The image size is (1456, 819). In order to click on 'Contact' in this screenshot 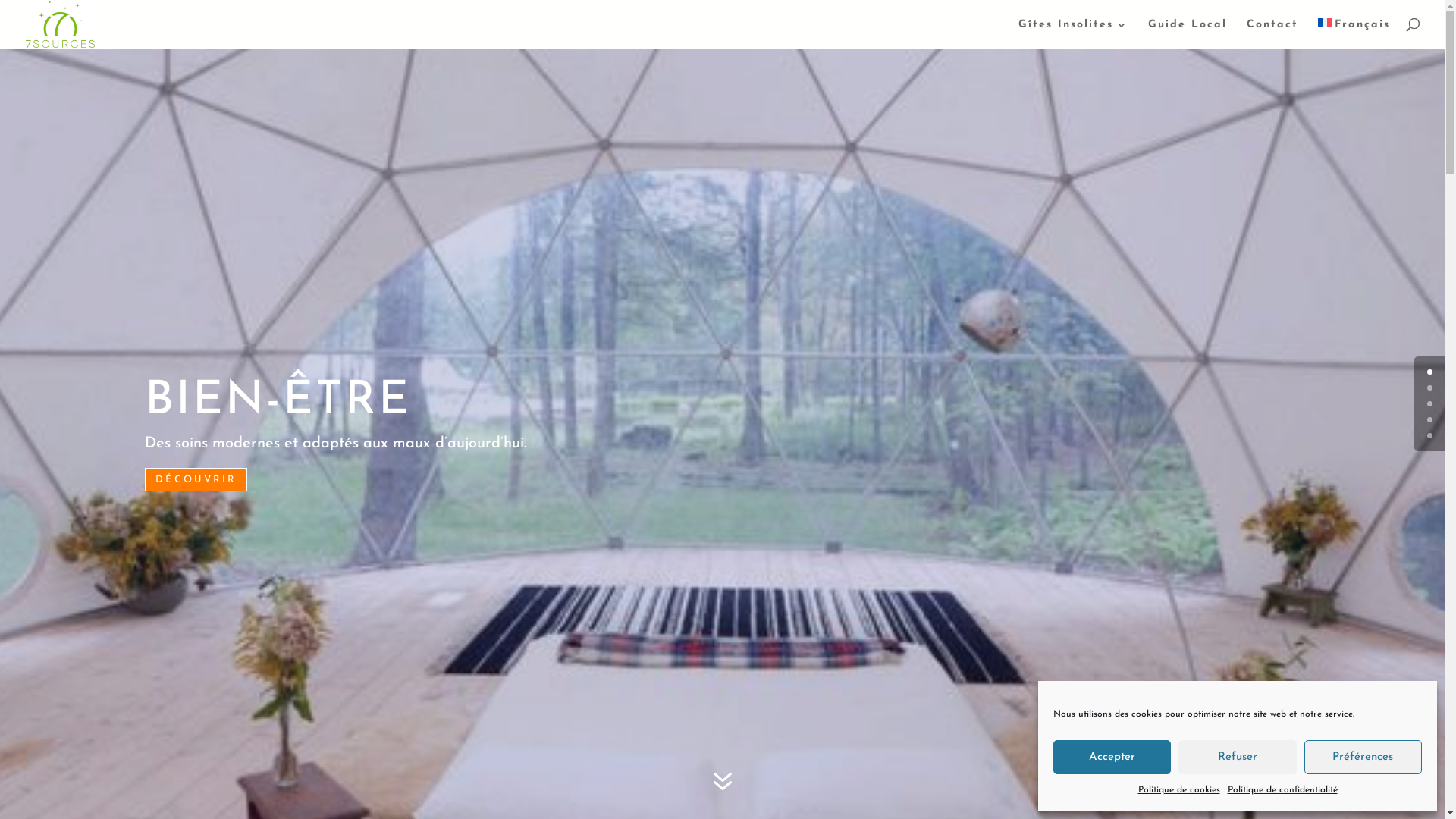, I will do `click(1272, 34)`.